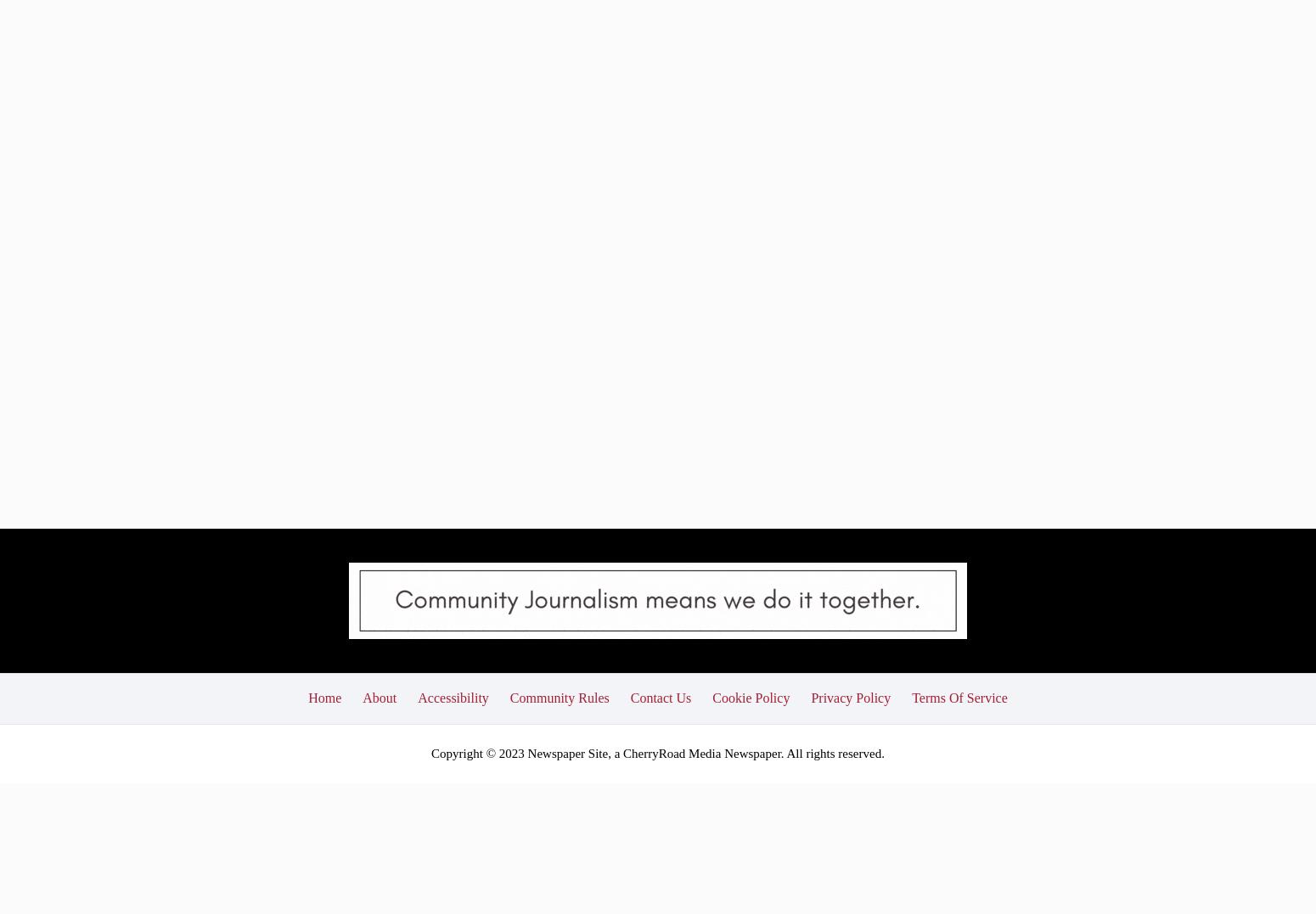 This screenshot has height=914, width=1316. I want to click on 'Newspaper. All rights reserved.', so click(801, 628).